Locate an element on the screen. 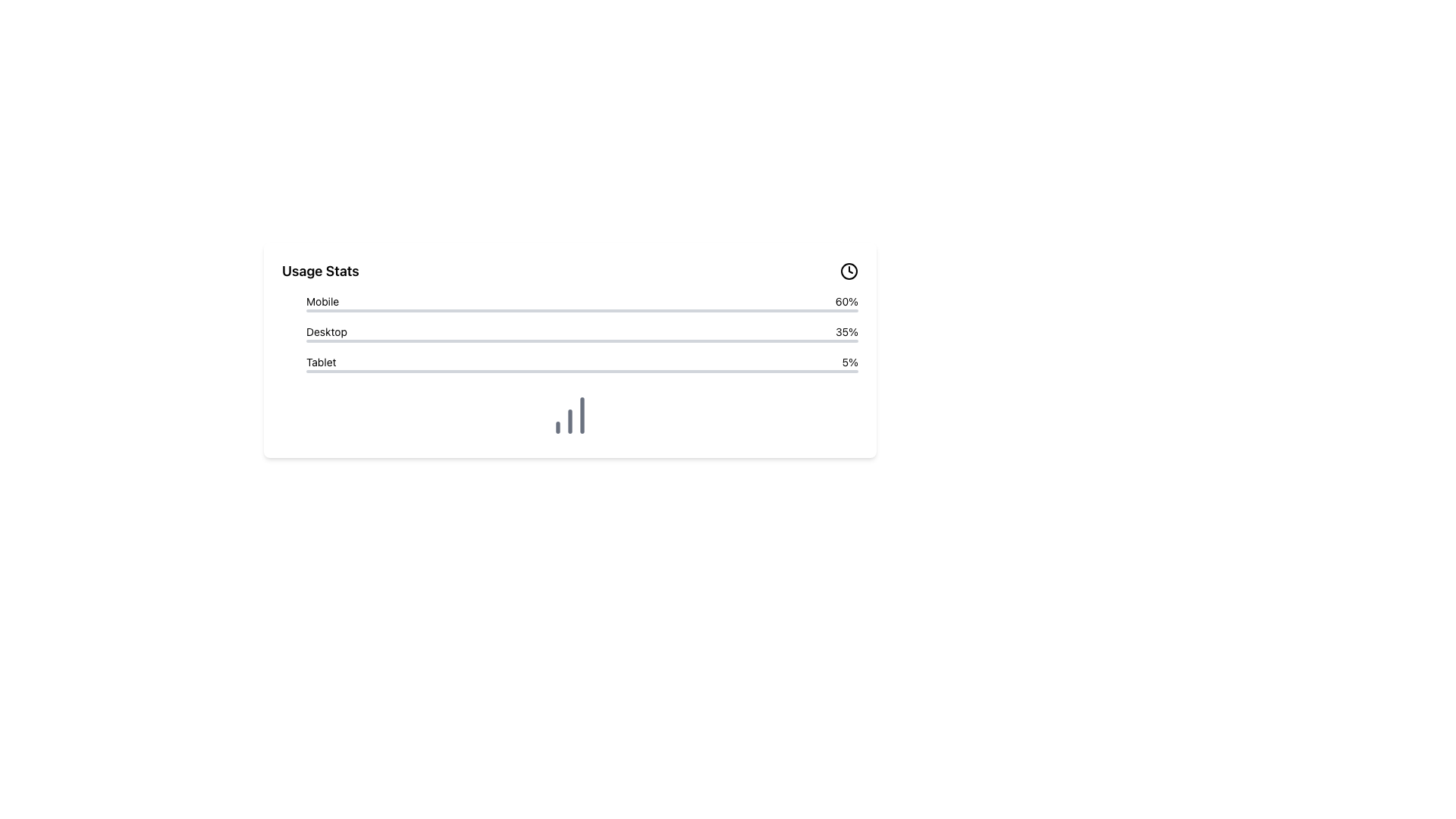  label that categorizes the associated data value, located at the left side of the row with the text '5%' appearing to its right is located at coordinates (320, 362).